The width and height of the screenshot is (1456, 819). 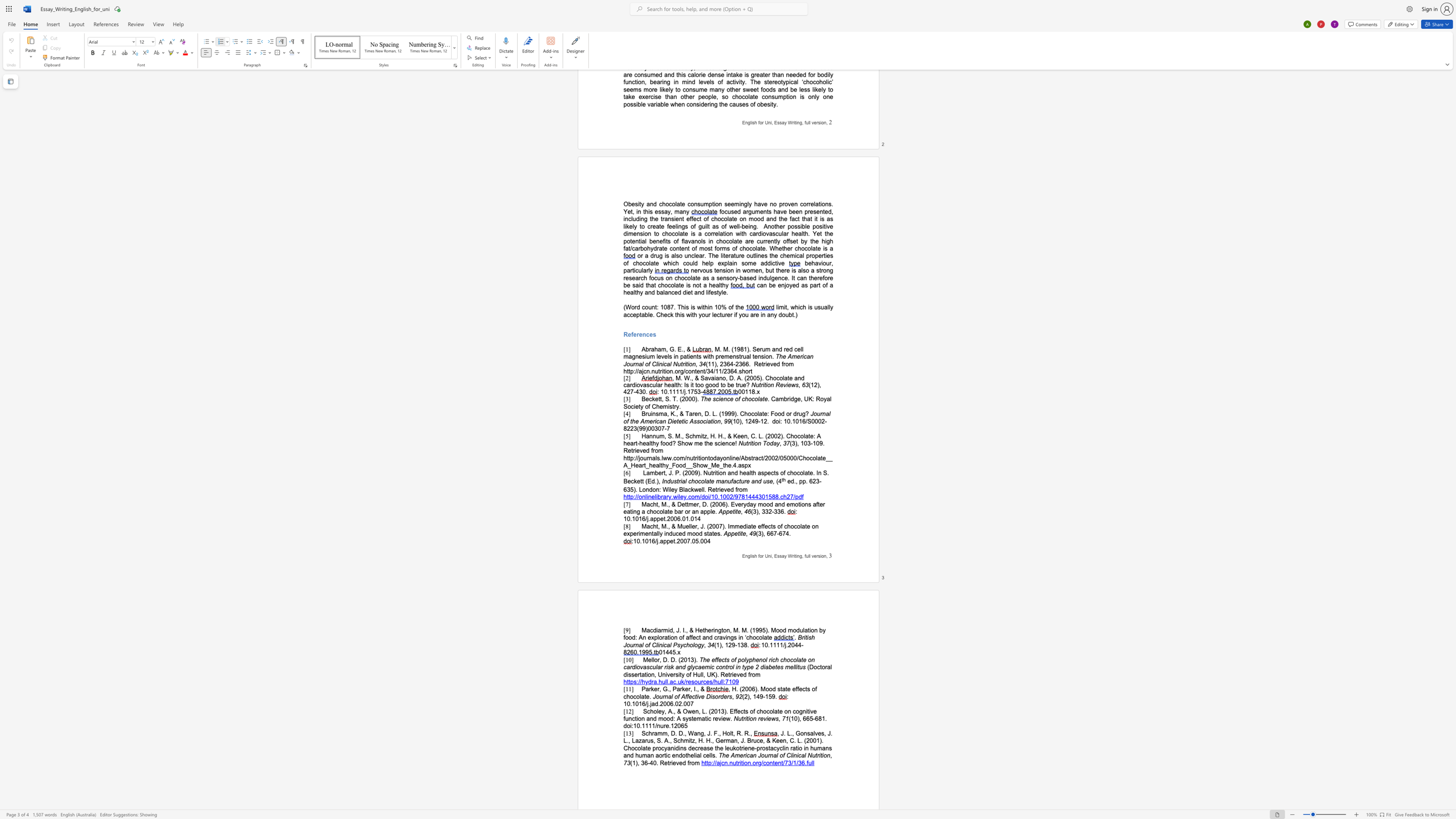 What do you see at coordinates (710, 481) in the screenshot?
I see `the space between the continuous character "t" and "e" in the text` at bounding box center [710, 481].